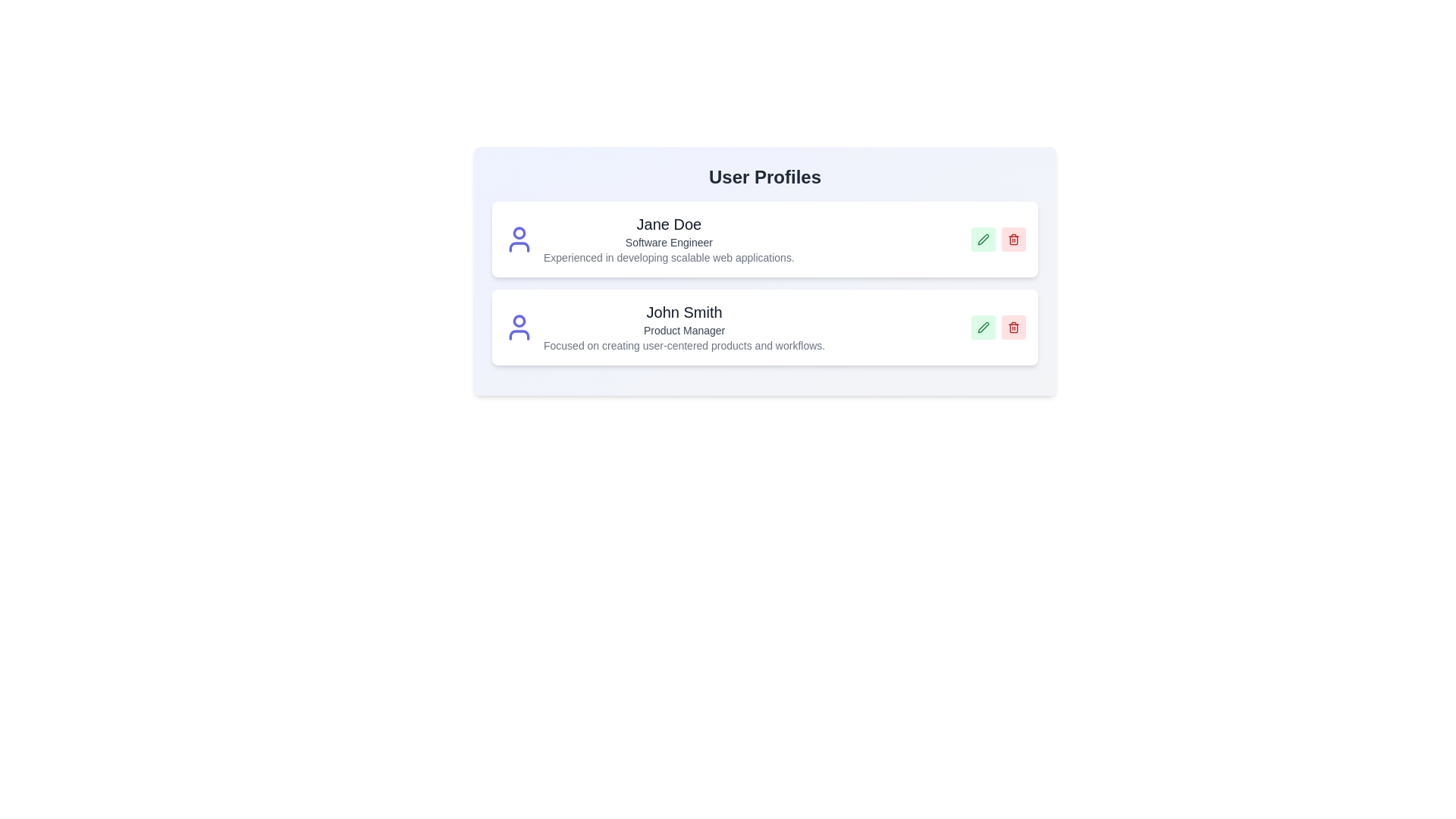 The image size is (1456, 819). What do you see at coordinates (1014, 239) in the screenshot?
I see `delete button for the user profile Jane Doe` at bounding box center [1014, 239].